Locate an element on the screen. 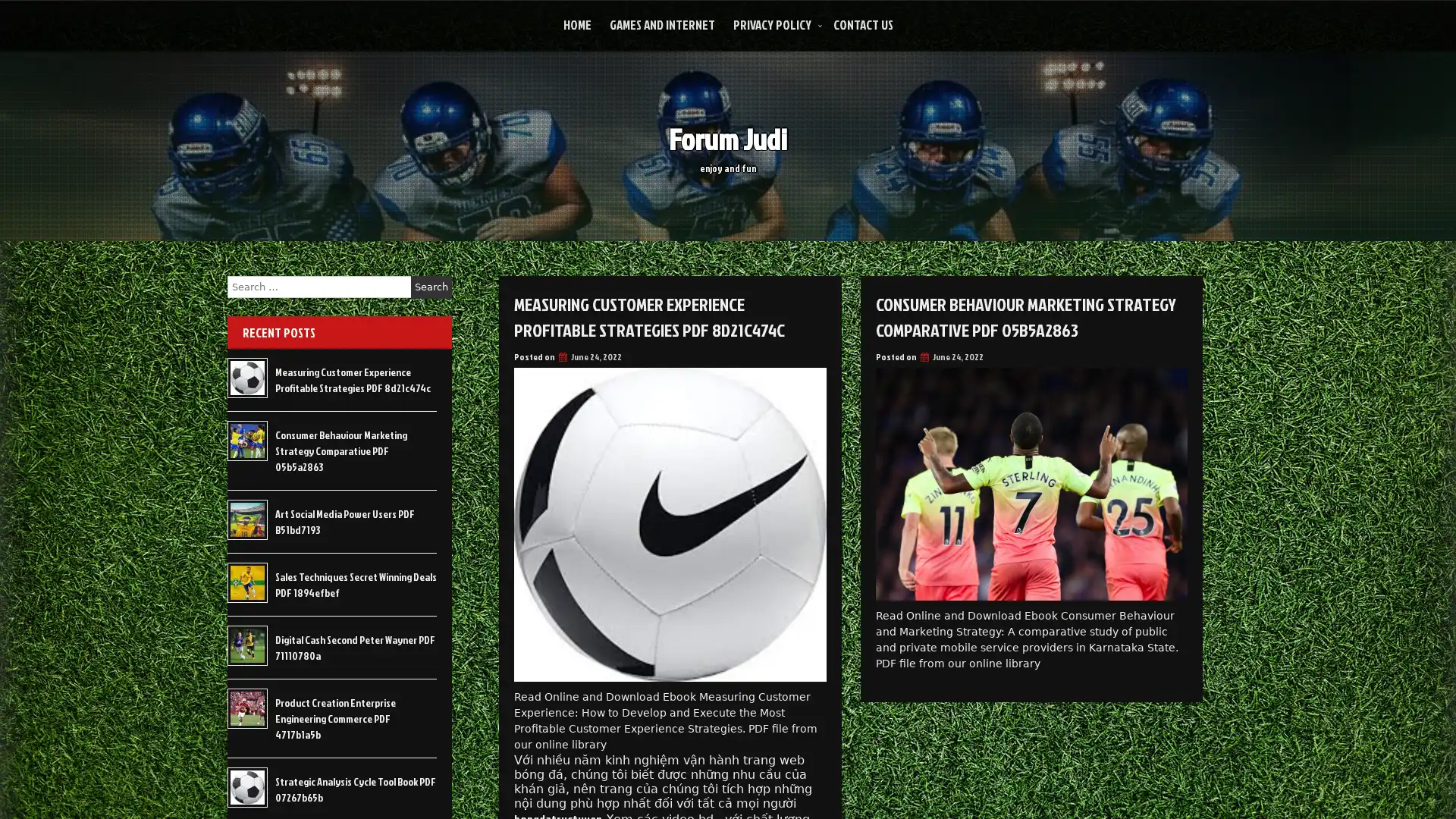  Search is located at coordinates (431, 287).